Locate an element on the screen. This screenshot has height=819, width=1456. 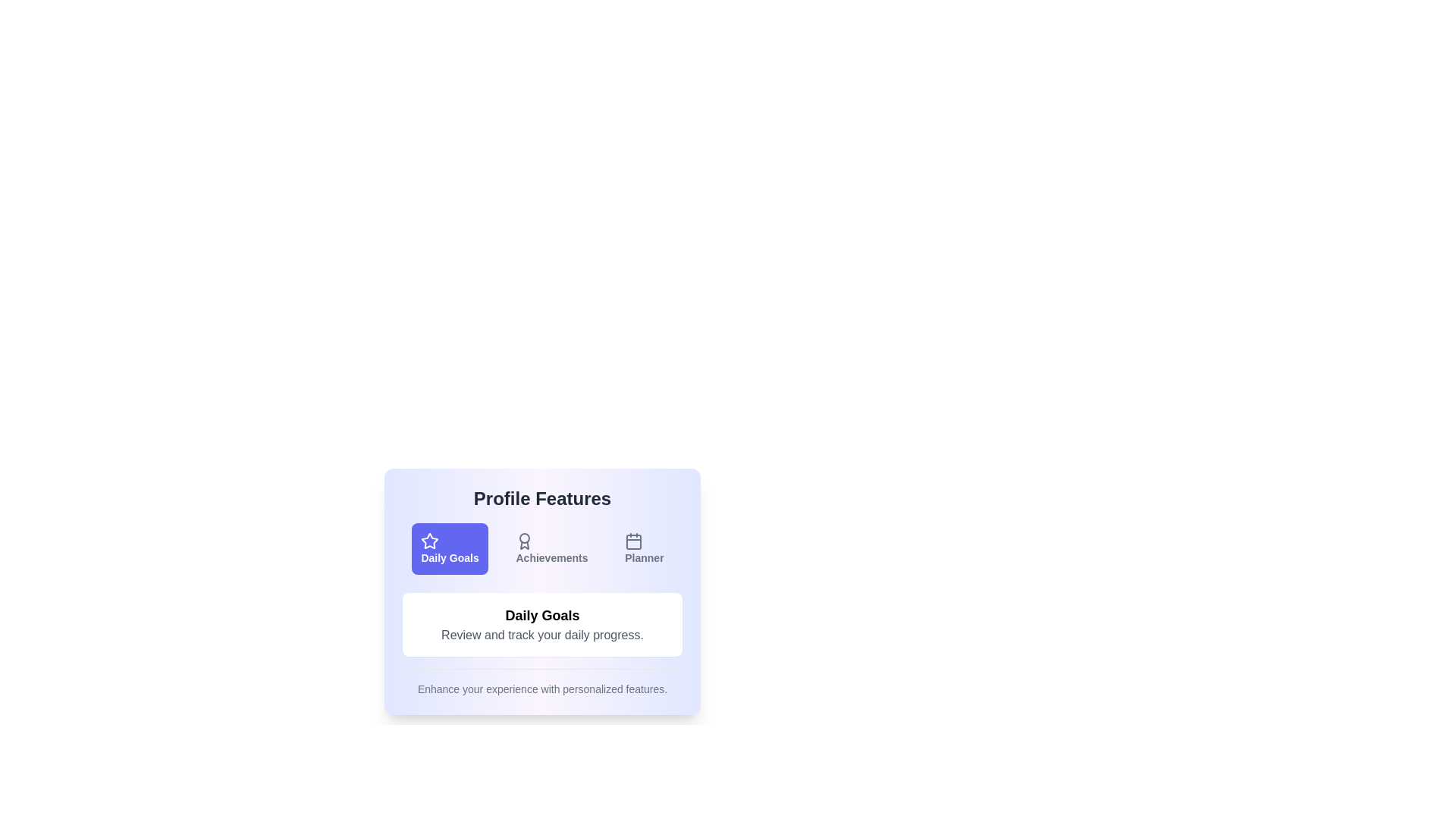
the button labeled Planner to observe its hover effect is located at coordinates (644, 549).